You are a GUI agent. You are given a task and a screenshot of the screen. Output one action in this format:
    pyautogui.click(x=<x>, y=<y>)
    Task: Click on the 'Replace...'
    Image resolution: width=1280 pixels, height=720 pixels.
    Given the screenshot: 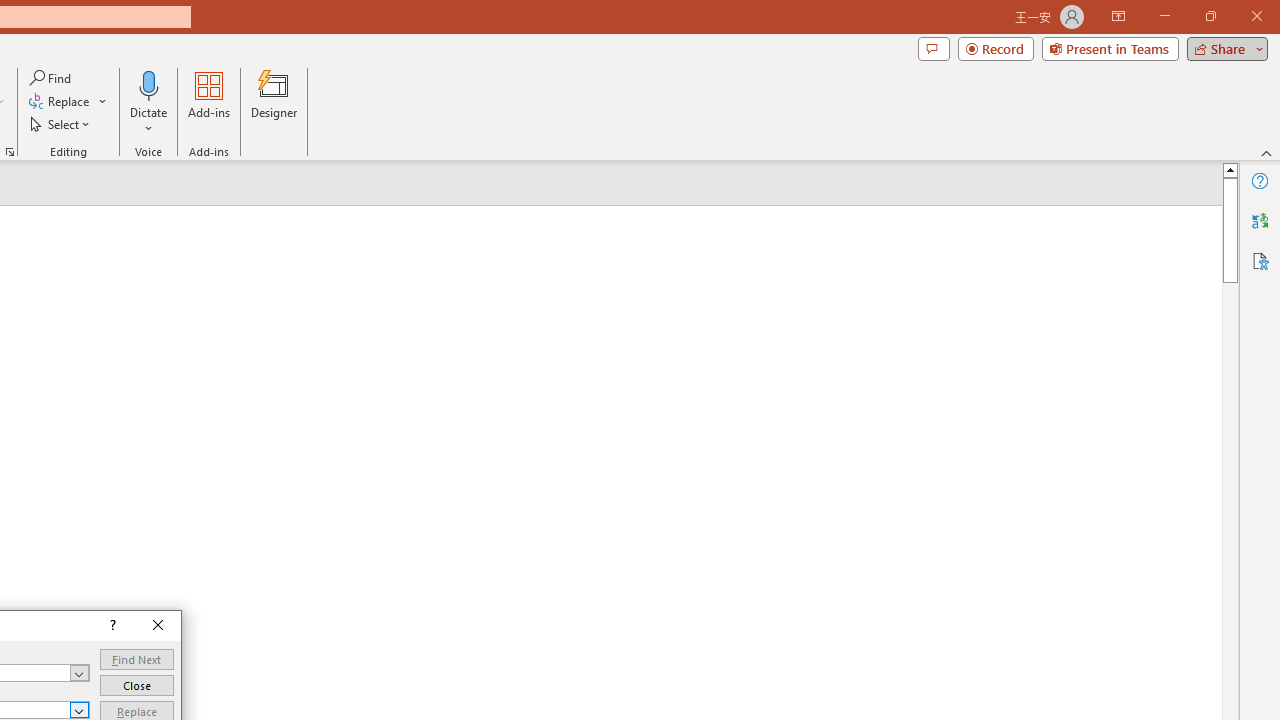 What is the action you would take?
    pyautogui.click(x=69, y=101)
    